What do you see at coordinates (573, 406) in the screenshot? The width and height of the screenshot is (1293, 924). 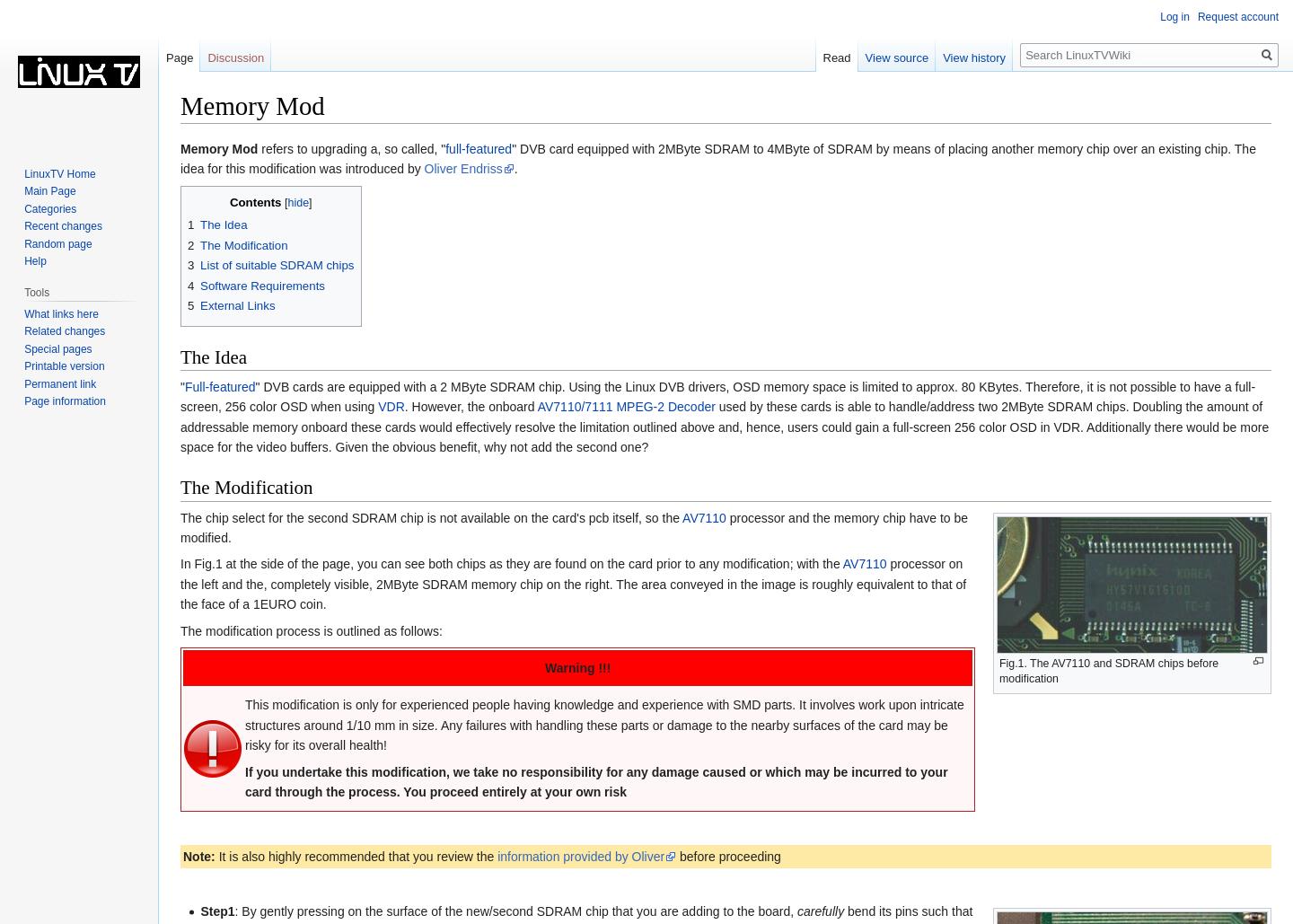 I see `'AV7110/7111'` at bounding box center [573, 406].